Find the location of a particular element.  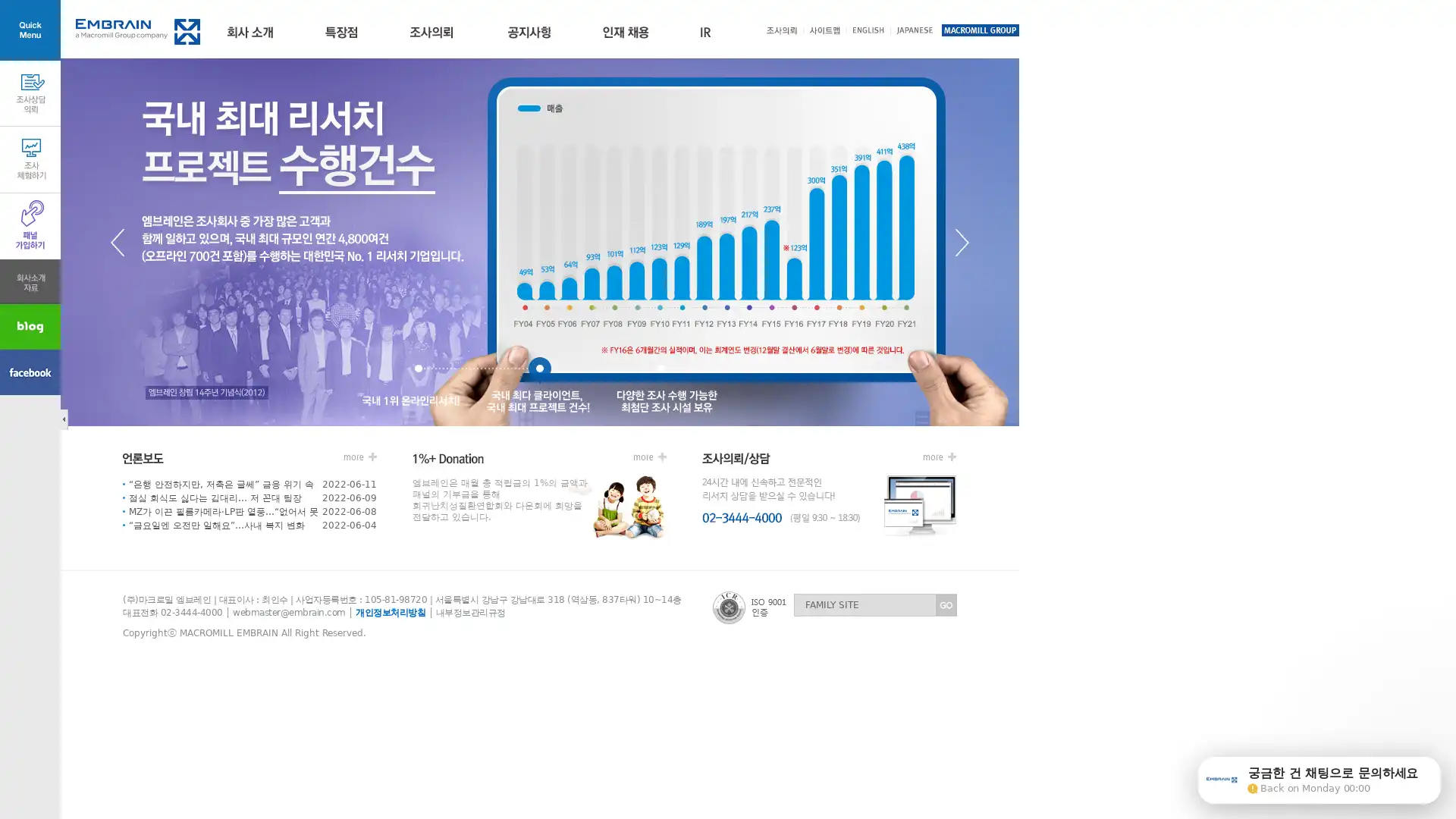

3 is located at coordinates (661, 371).